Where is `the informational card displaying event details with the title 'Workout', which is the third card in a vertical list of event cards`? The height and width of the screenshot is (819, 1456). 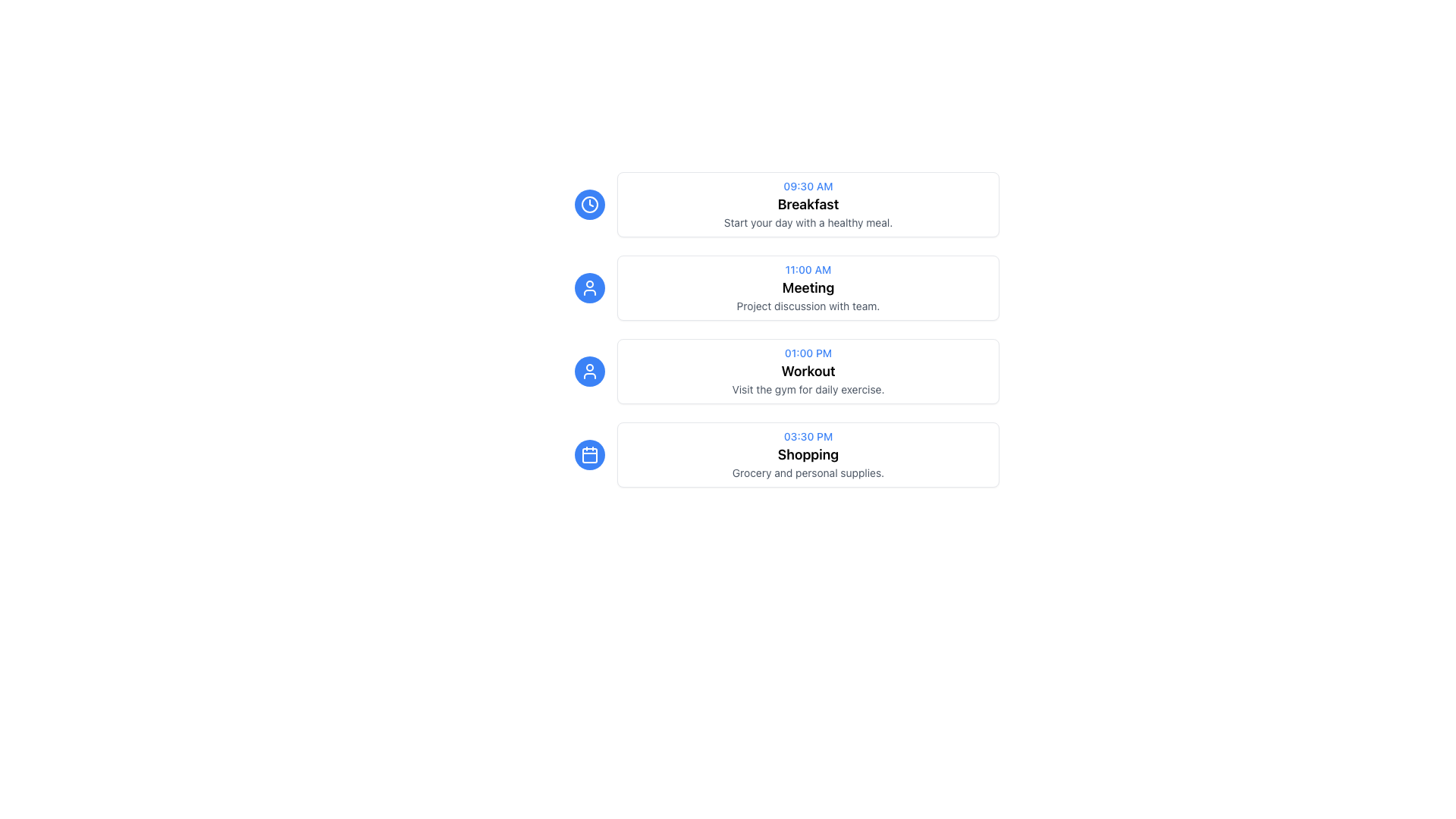
the informational card displaying event details with the title 'Workout', which is the third card in a vertical list of event cards is located at coordinates (781, 371).